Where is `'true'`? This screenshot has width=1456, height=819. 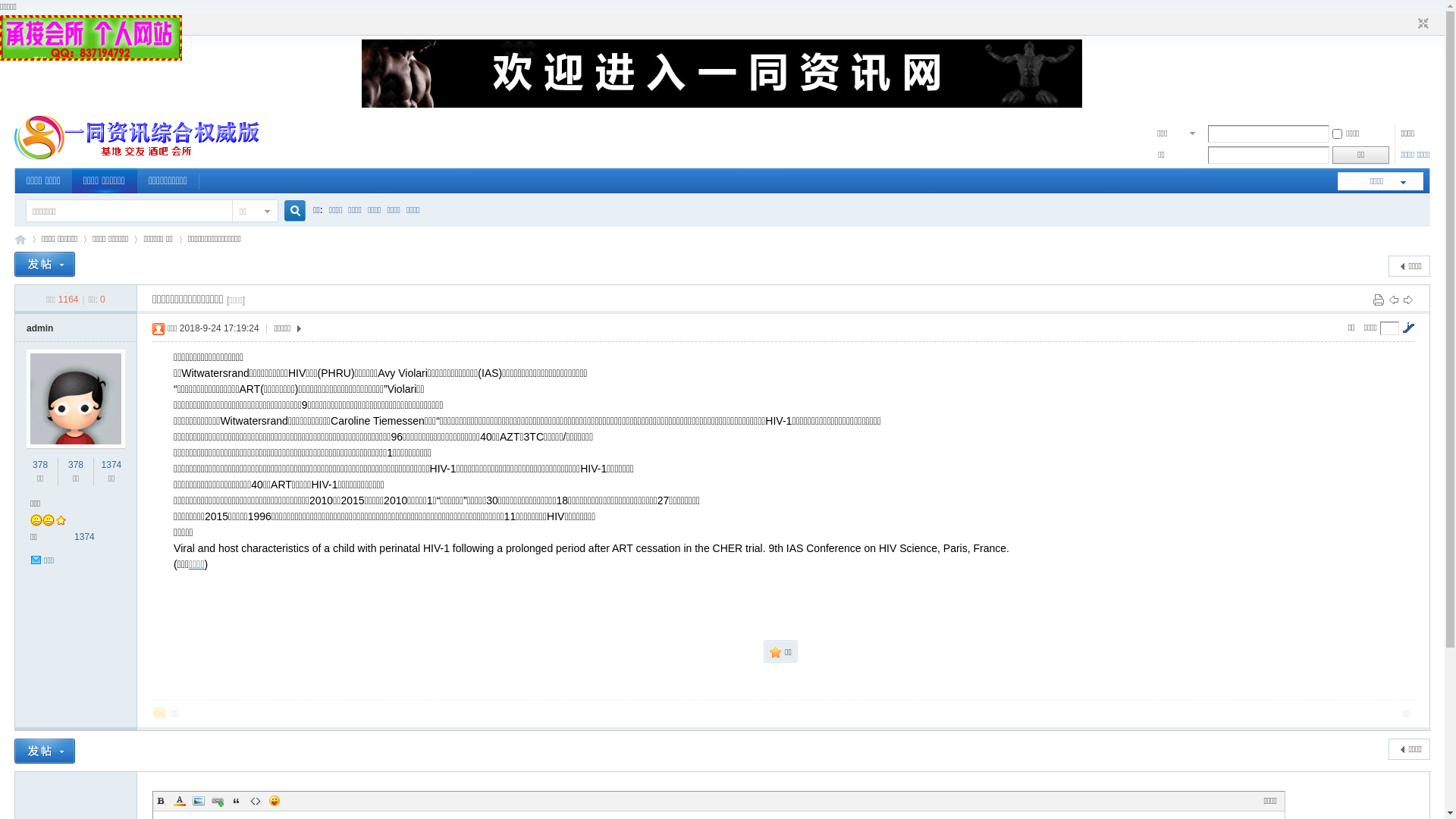
'true' is located at coordinates (289, 211).